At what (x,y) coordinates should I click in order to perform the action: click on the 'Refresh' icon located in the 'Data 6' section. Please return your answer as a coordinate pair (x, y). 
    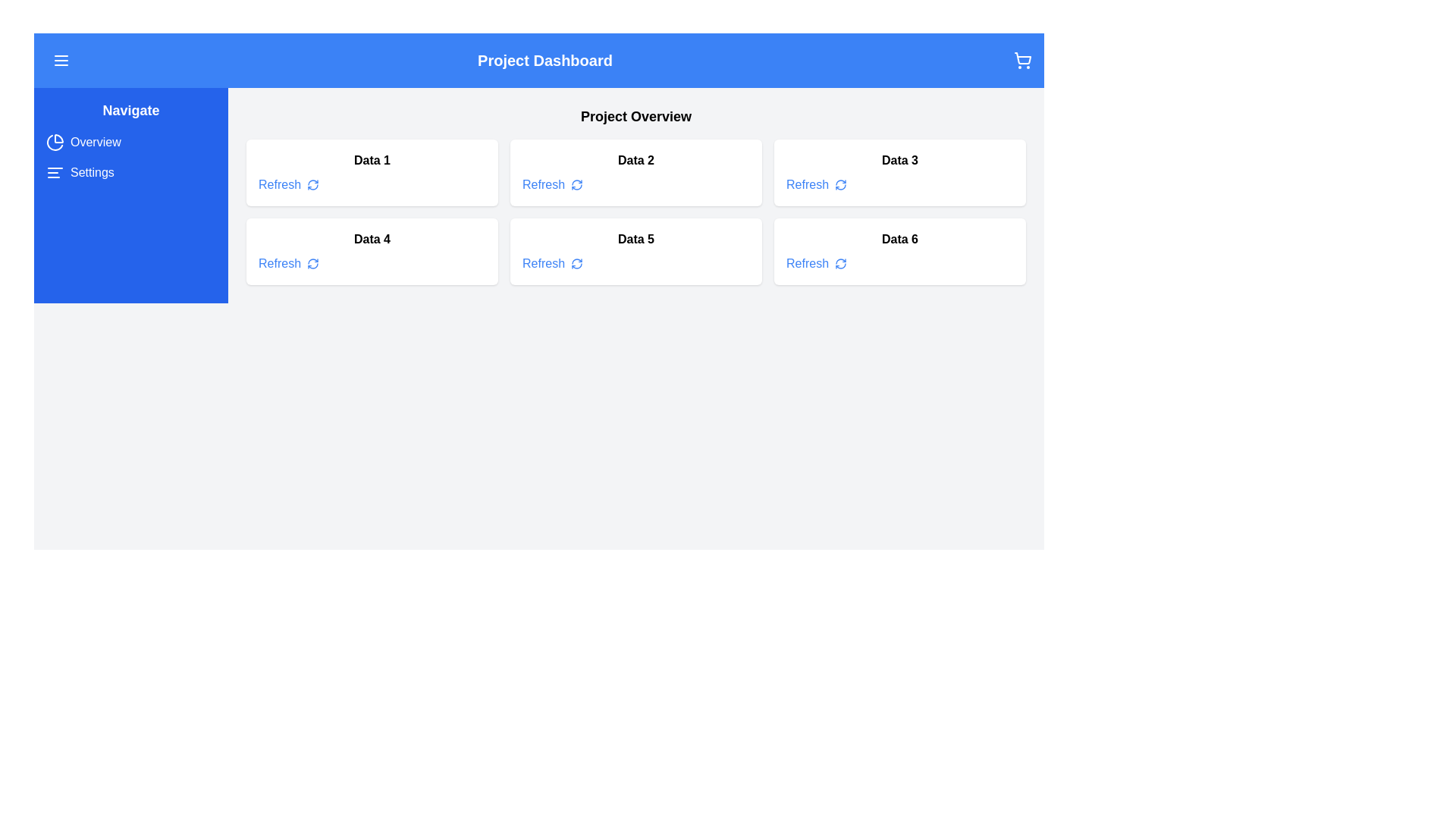
    Looking at the image, I should click on (839, 262).